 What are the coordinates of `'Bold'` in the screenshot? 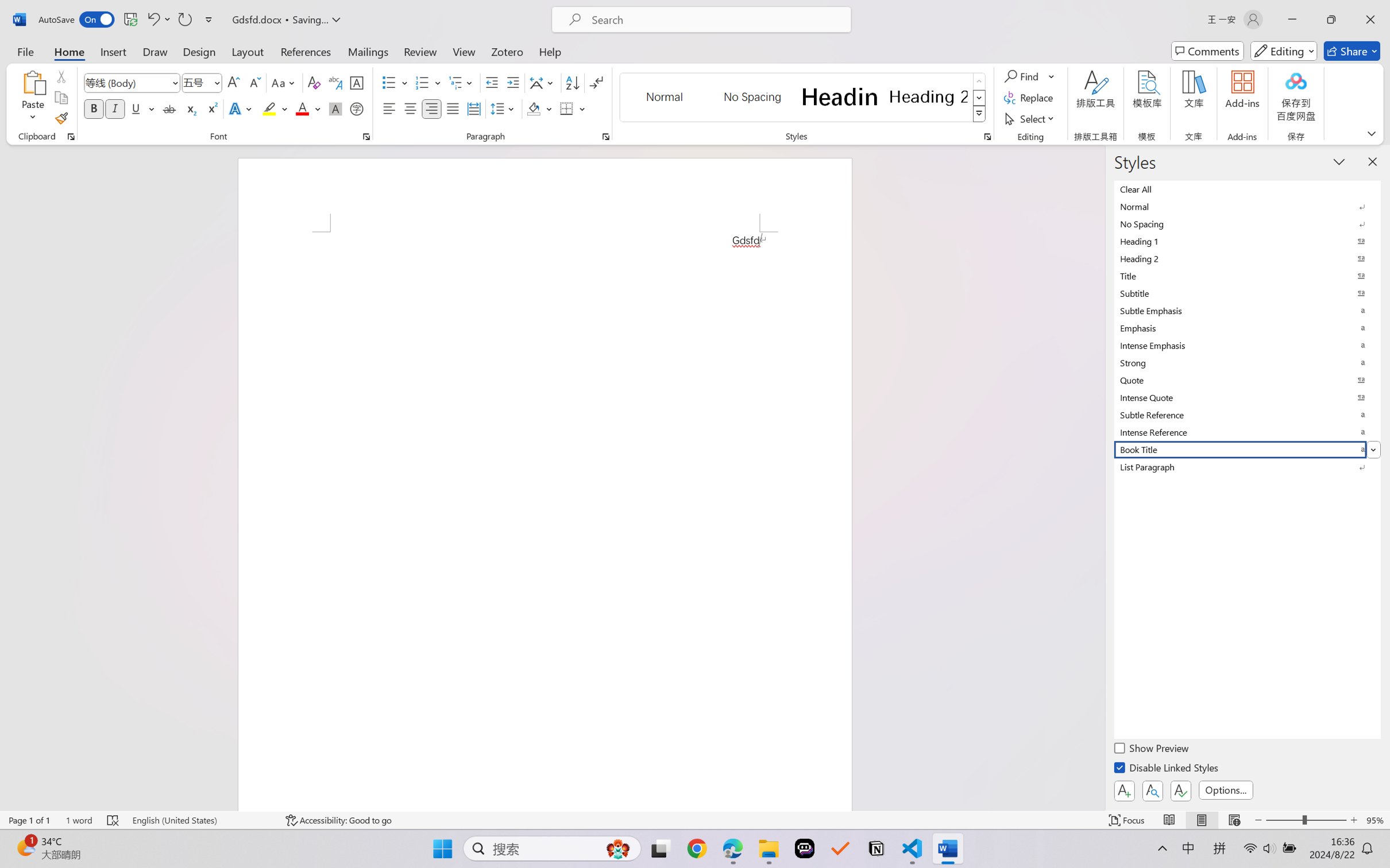 It's located at (94, 108).